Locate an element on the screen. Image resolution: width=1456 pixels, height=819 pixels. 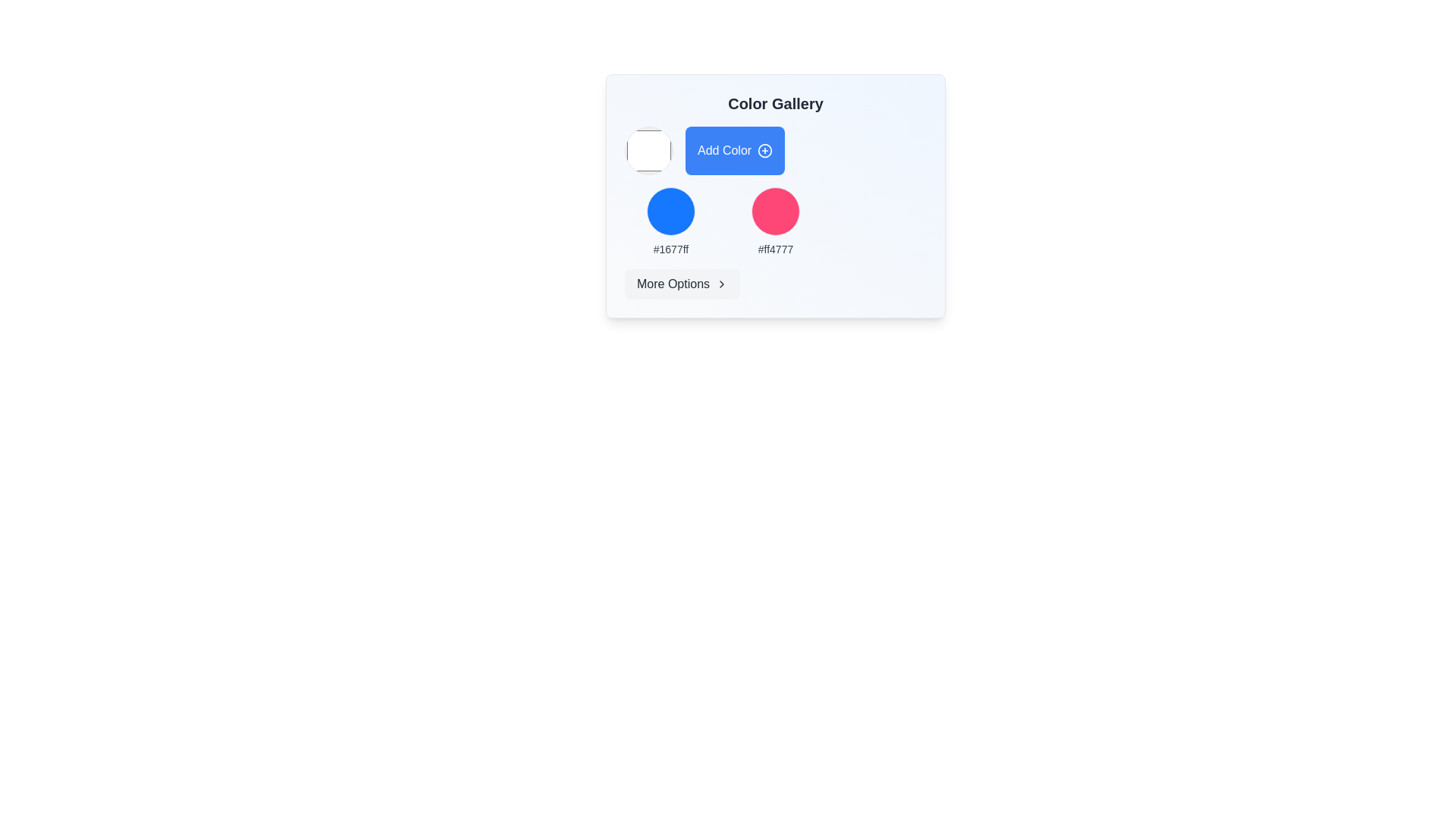
the text label indicating the functionality of adding a color, which is located within the 'Color Gallery' button is located at coordinates (723, 151).